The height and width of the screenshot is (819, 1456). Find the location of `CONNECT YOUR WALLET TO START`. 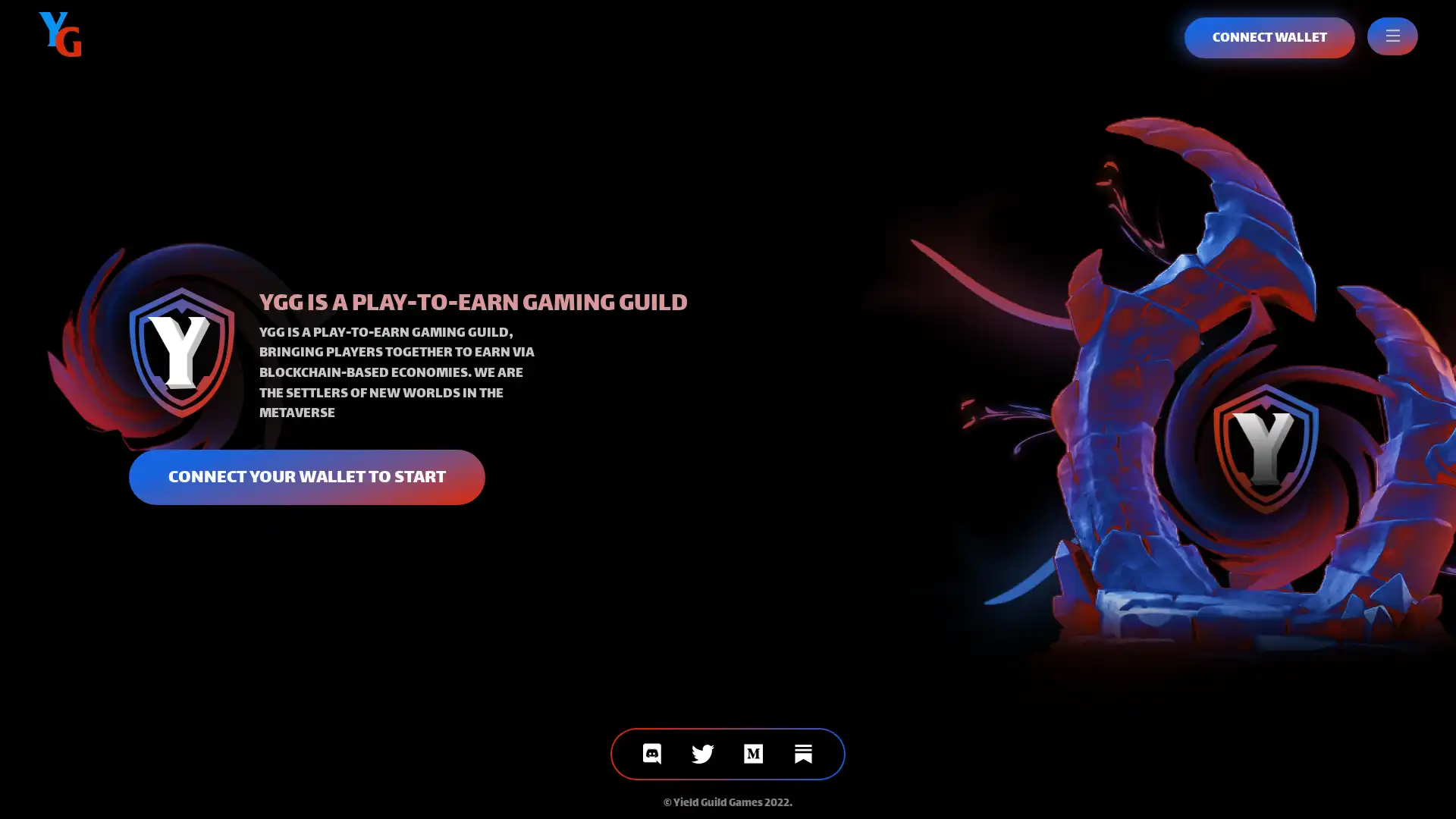

CONNECT YOUR WALLET TO START is located at coordinates (306, 475).